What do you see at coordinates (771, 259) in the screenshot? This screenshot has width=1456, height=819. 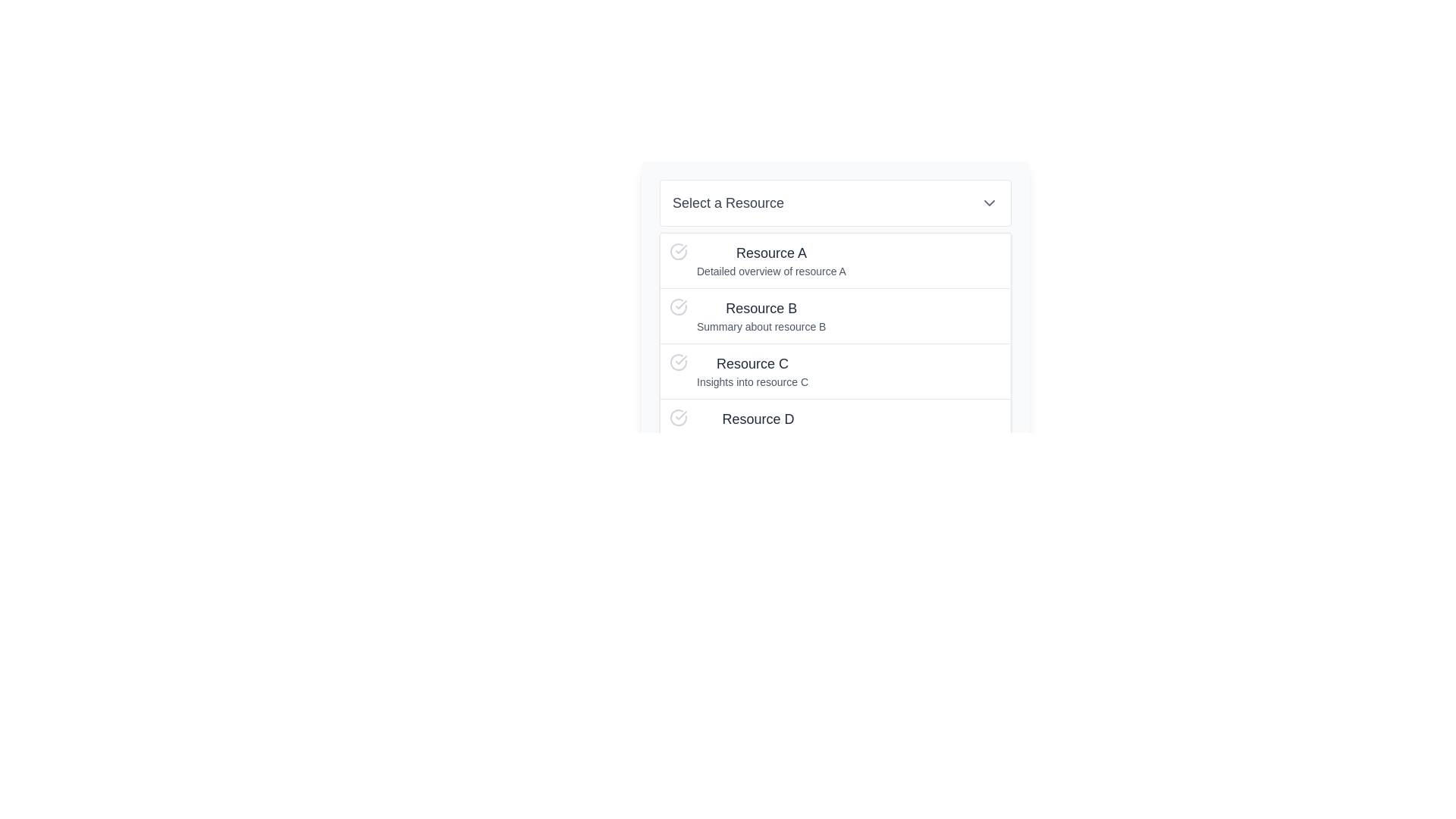 I see `text from the text display element that shows 'Resource A' and its detailed overview, located below the 'Select a Resource' dropdown menu` at bounding box center [771, 259].